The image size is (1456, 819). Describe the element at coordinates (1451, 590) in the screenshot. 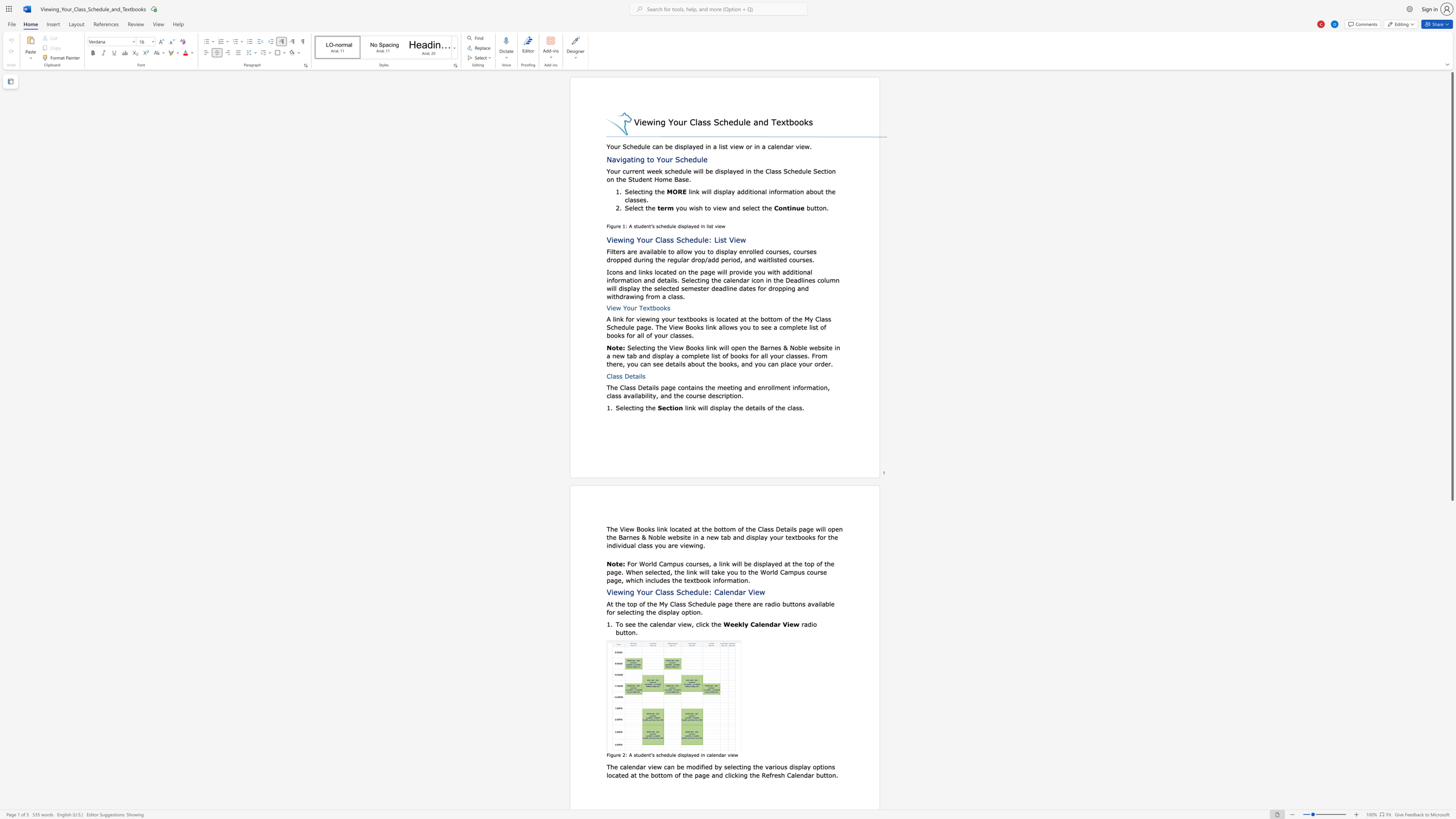

I see `the scrollbar to move the page down` at that location.